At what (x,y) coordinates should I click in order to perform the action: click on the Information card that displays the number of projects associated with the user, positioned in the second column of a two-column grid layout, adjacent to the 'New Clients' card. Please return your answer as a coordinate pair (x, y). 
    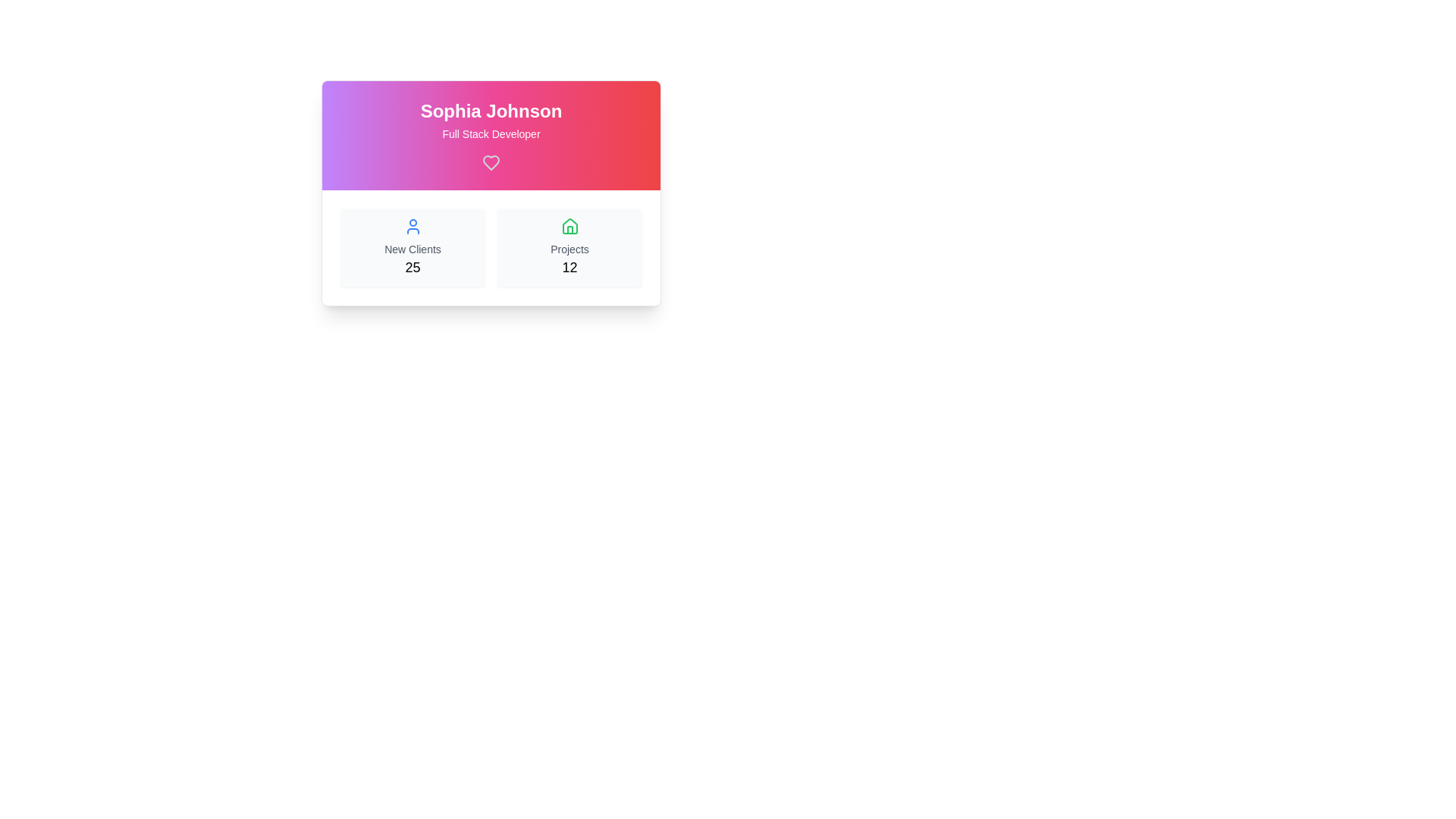
    Looking at the image, I should click on (569, 247).